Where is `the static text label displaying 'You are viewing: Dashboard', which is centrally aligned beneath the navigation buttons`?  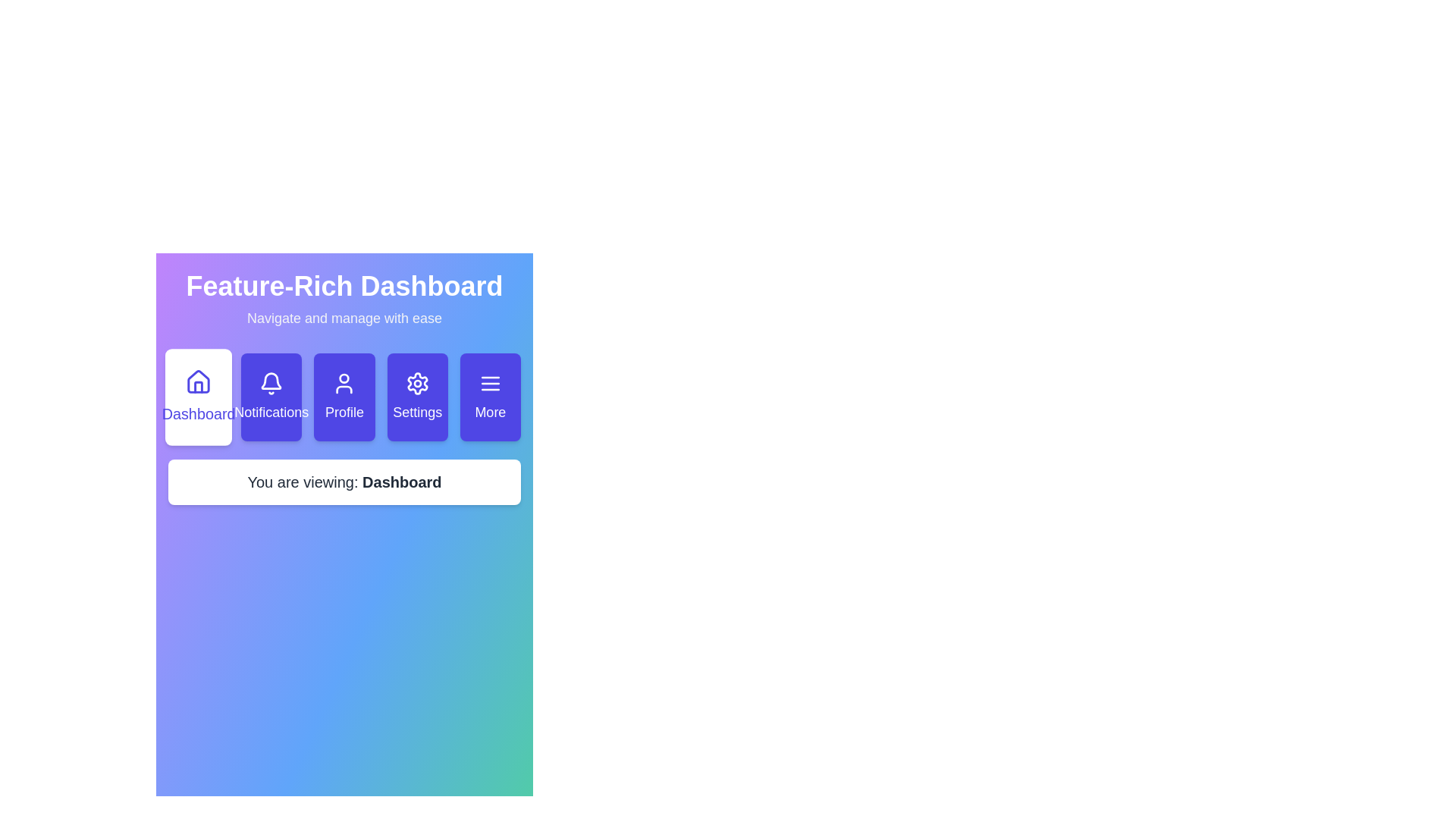
the static text label displaying 'You are viewing: Dashboard', which is centrally aligned beneath the navigation buttons is located at coordinates (344, 482).